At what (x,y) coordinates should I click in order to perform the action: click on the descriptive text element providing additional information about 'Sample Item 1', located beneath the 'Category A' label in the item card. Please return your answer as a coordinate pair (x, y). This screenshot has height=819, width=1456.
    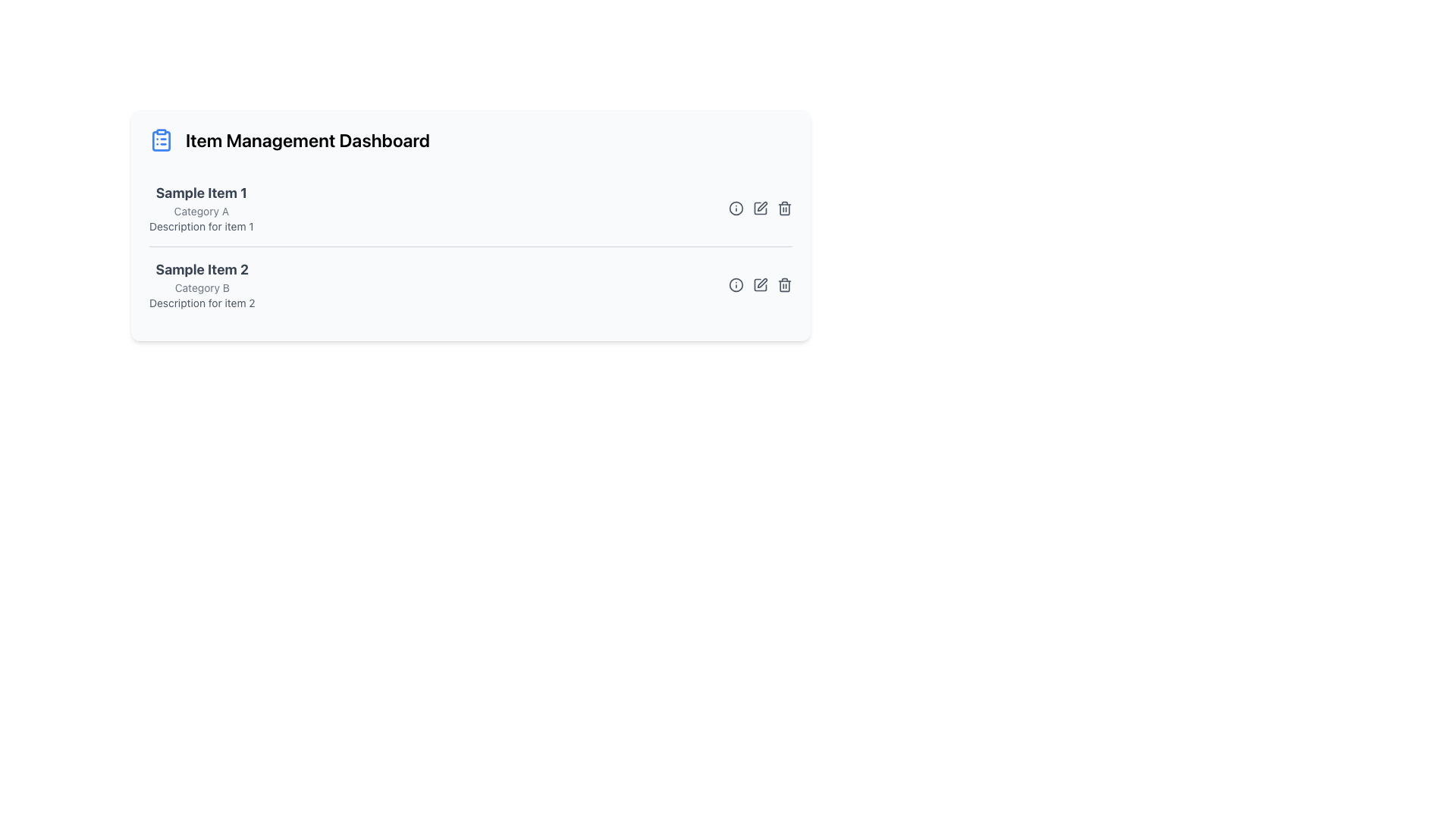
    Looking at the image, I should click on (200, 227).